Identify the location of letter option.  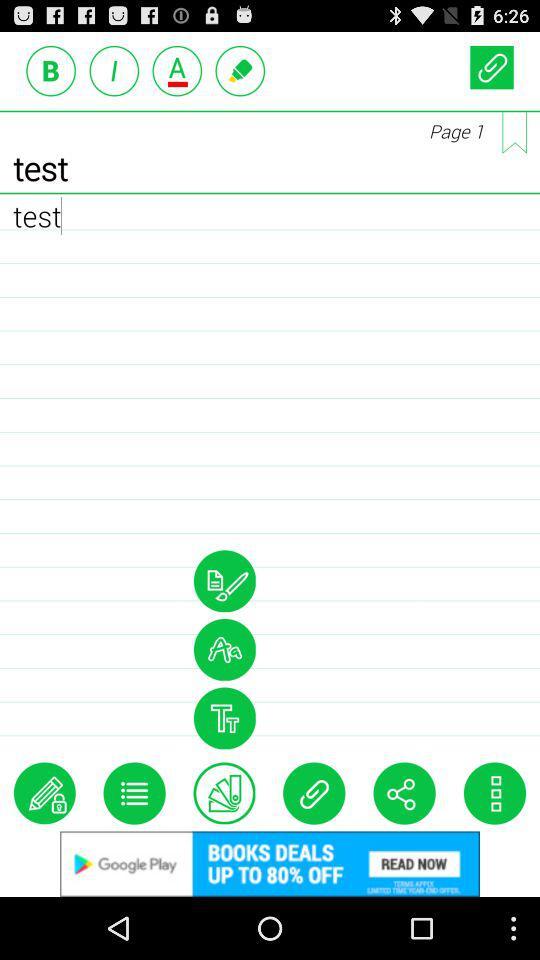
(177, 70).